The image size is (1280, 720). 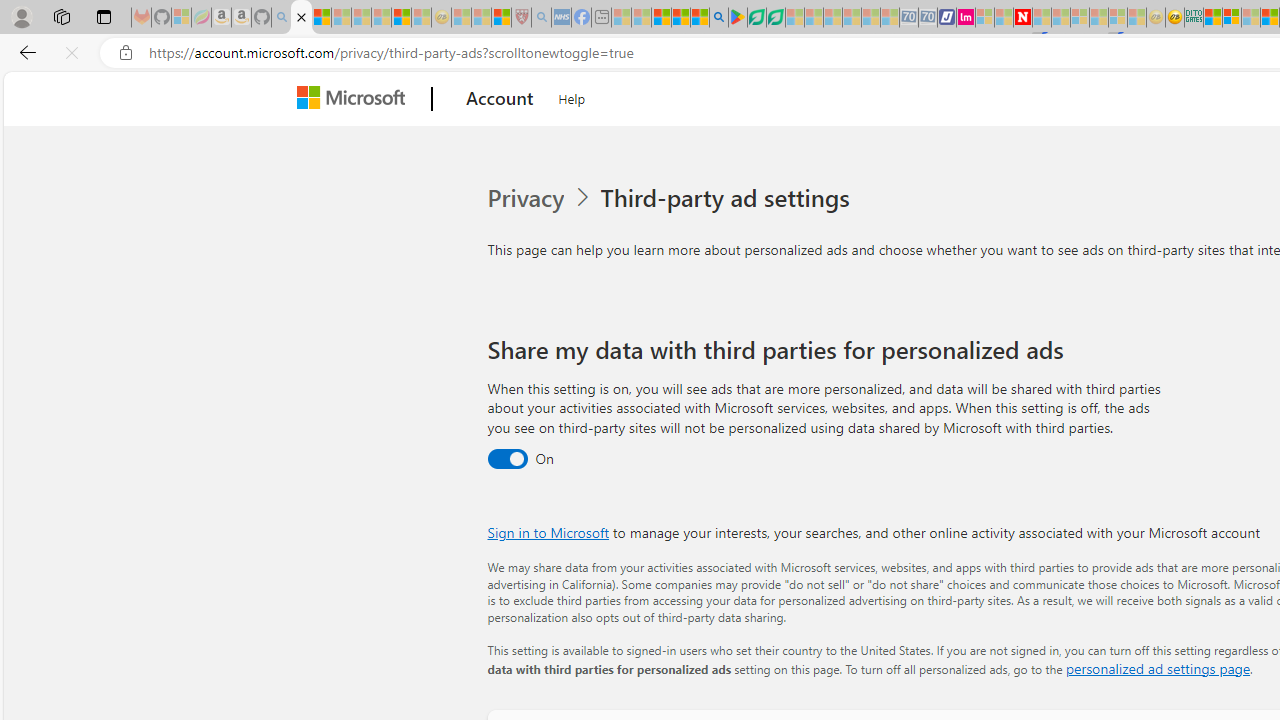 What do you see at coordinates (736, 17) in the screenshot?
I see `'Bluey: Let'` at bounding box center [736, 17].